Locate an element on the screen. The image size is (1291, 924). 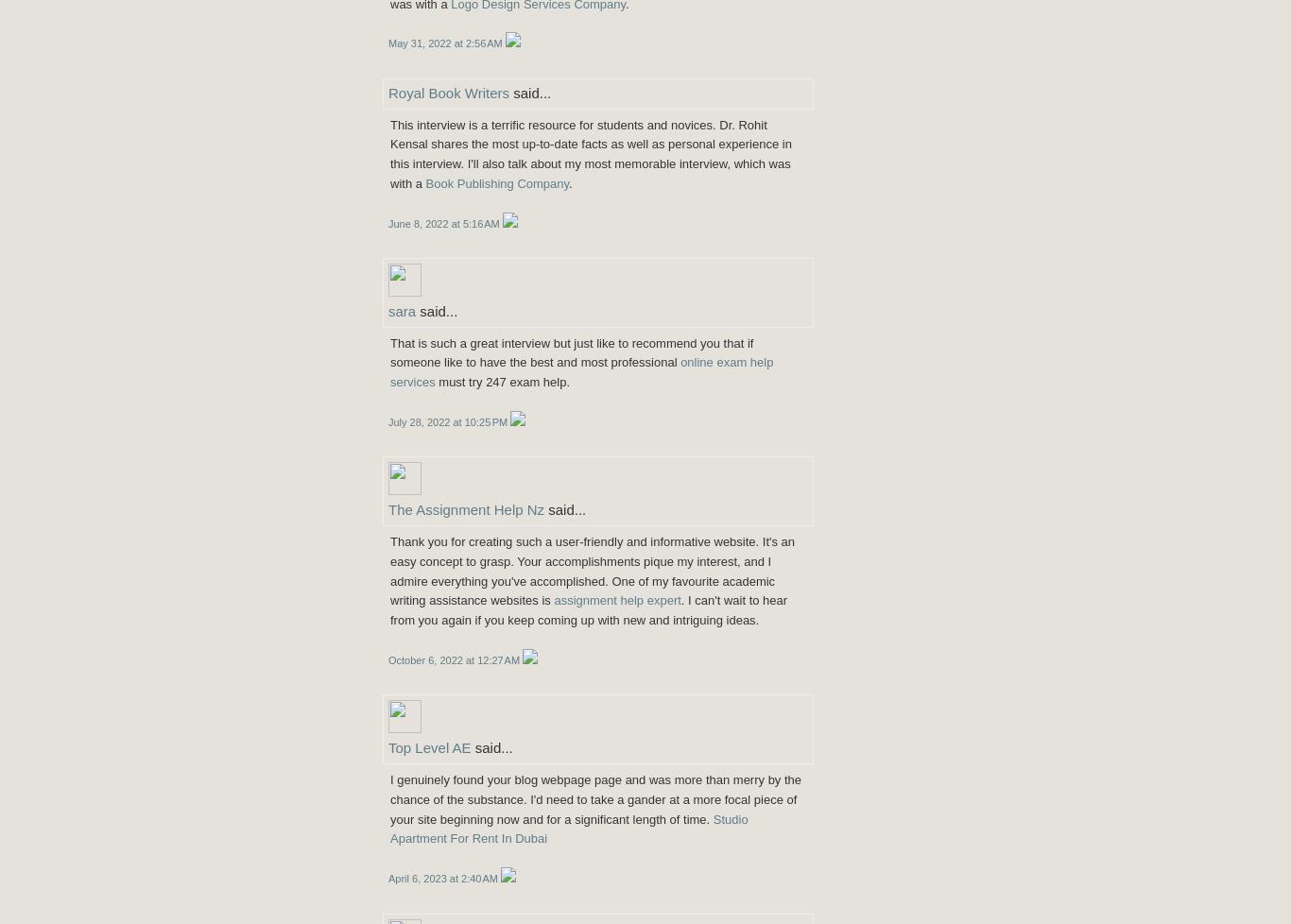
'Thank you for creating such a user-friendly and informative website. It's an easy concept to grasp. Your accomplishments pique my interest, and I admire everything you've accomplished. One of my favourite academic writing assistance websites is' is located at coordinates (388, 571).